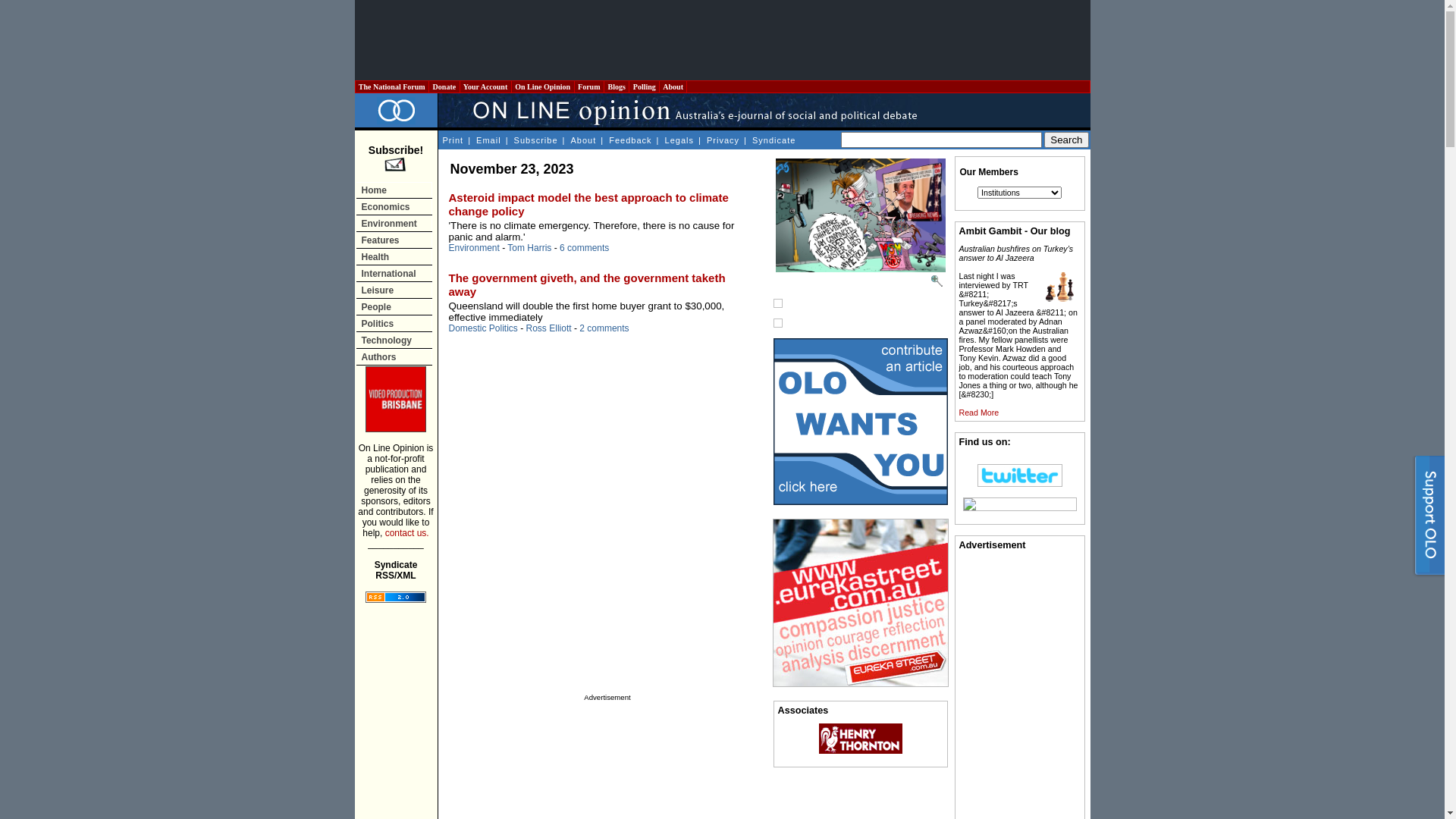 The height and width of the screenshot is (819, 1456). What do you see at coordinates (978, 412) in the screenshot?
I see `'Read More'` at bounding box center [978, 412].